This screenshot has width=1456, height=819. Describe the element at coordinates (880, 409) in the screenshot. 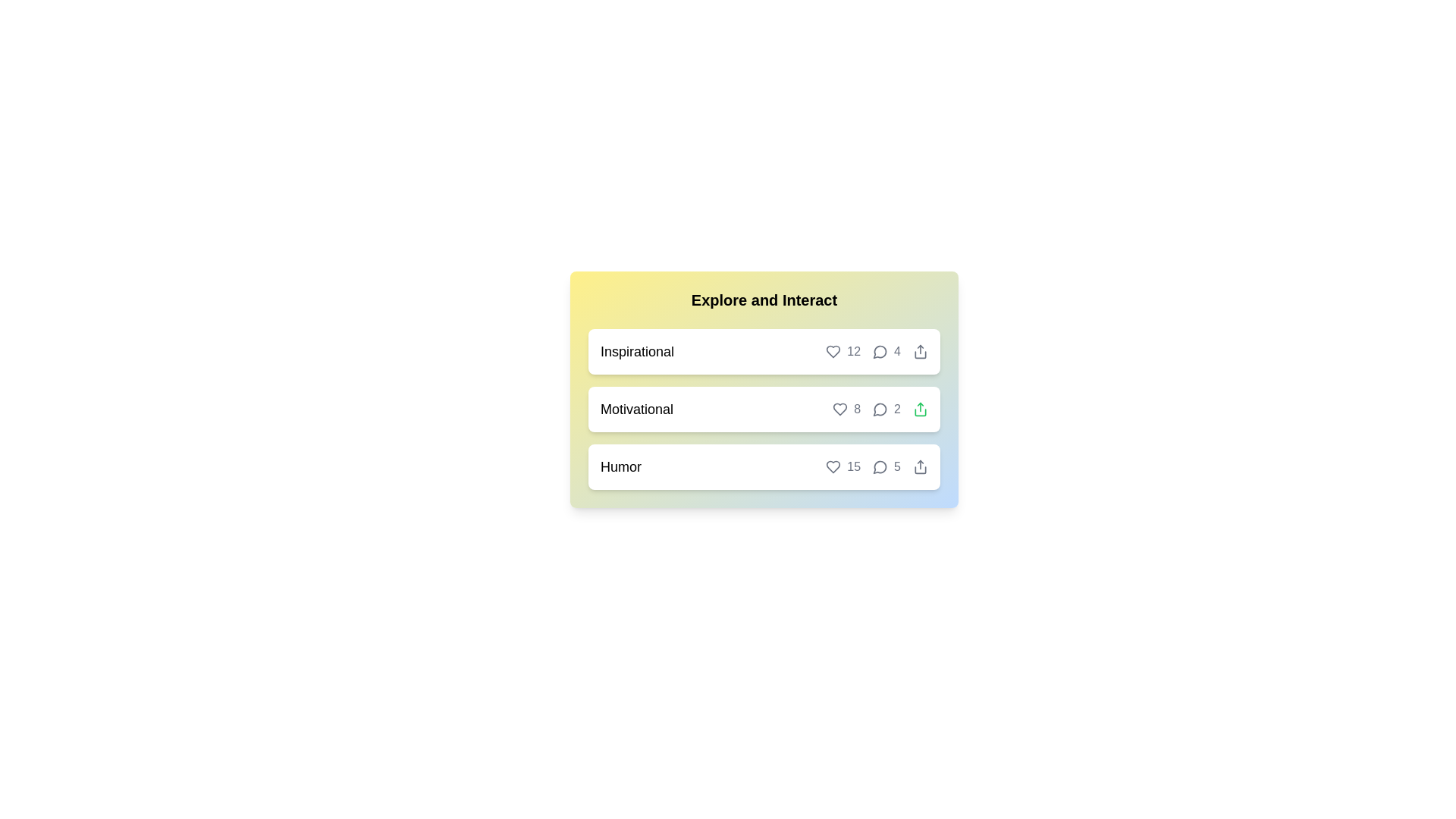

I see `the 'message' button for the chip labeled Motivational` at that location.